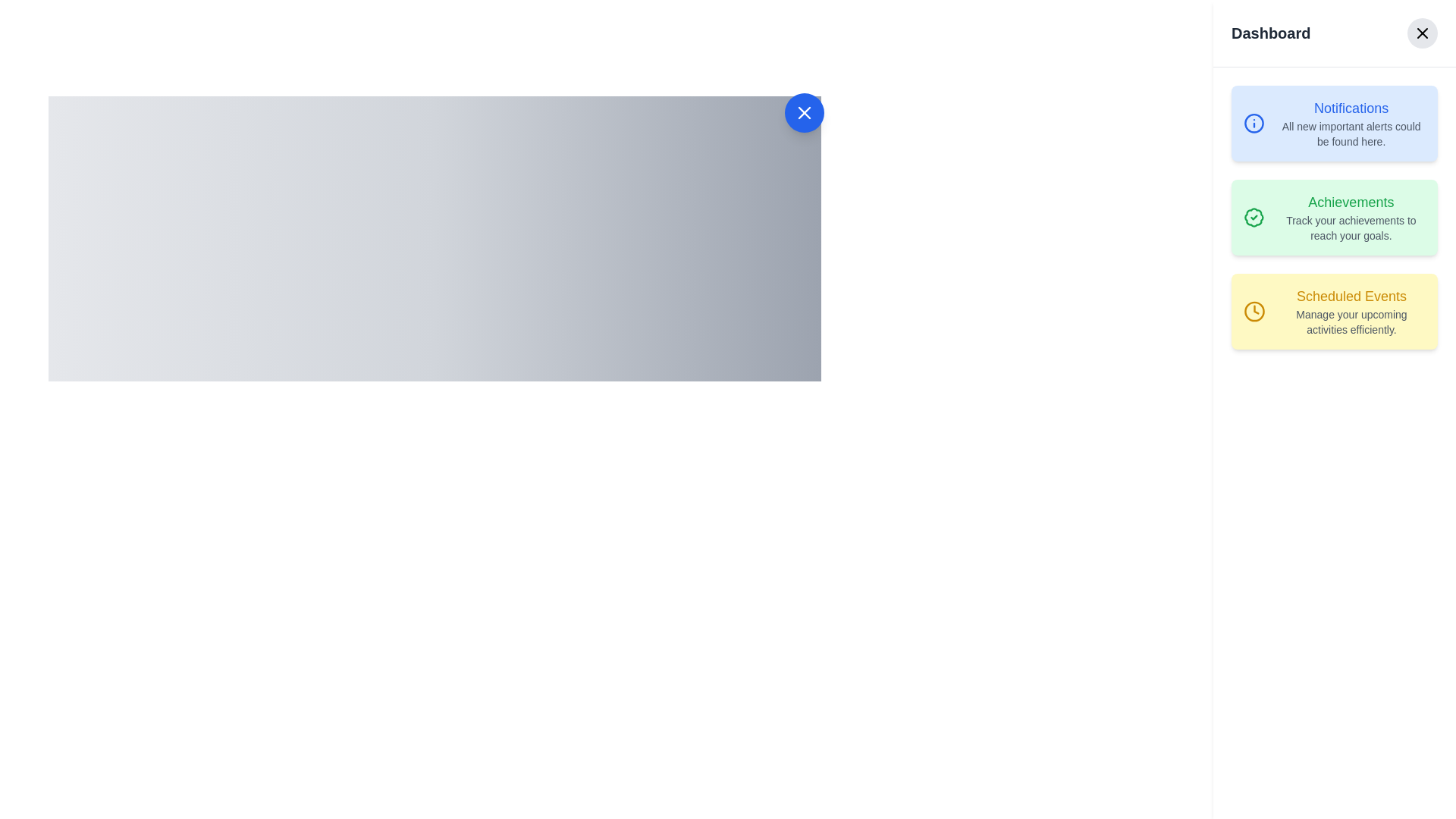 The width and height of the screenshot is (1456, 819). I want to click on the close button located in the top-right corner of the header area of the dashboard, which is styled as a graphical SVG element, so click(1422, 33).